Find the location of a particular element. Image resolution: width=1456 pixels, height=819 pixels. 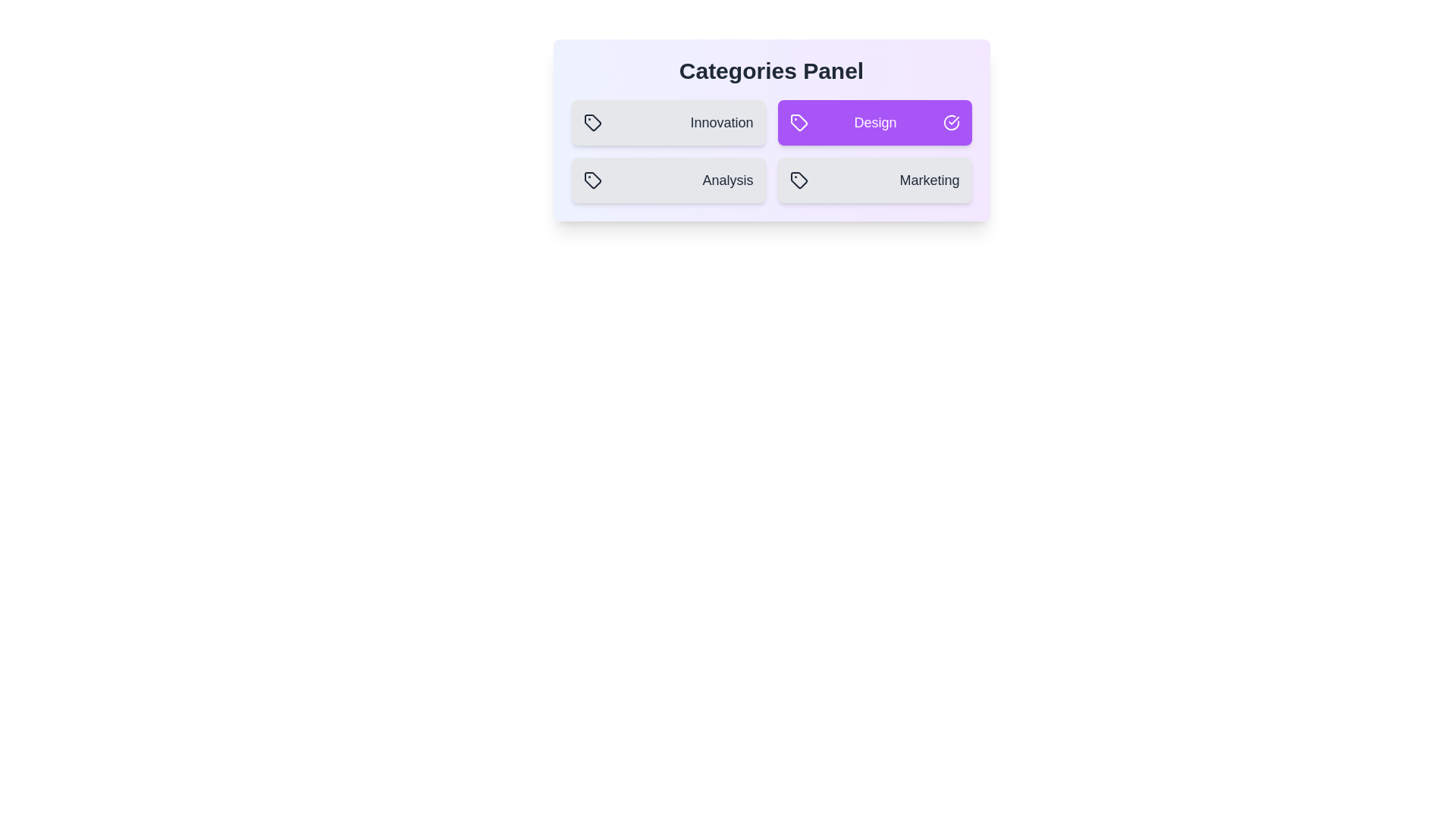

the category Innovation is located at coordinates (667, 122).